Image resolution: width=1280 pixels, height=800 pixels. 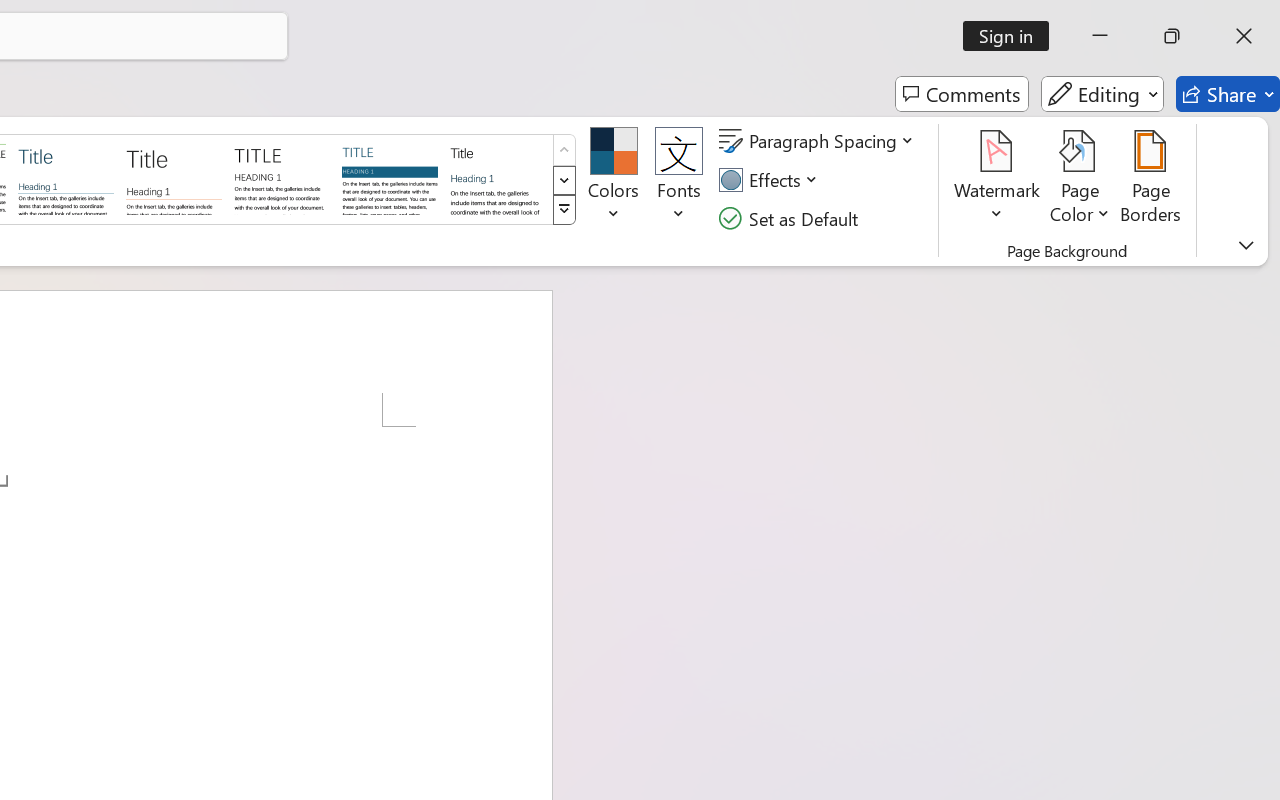 I want to click on 'Minimalist', so click(x=280, y=177).